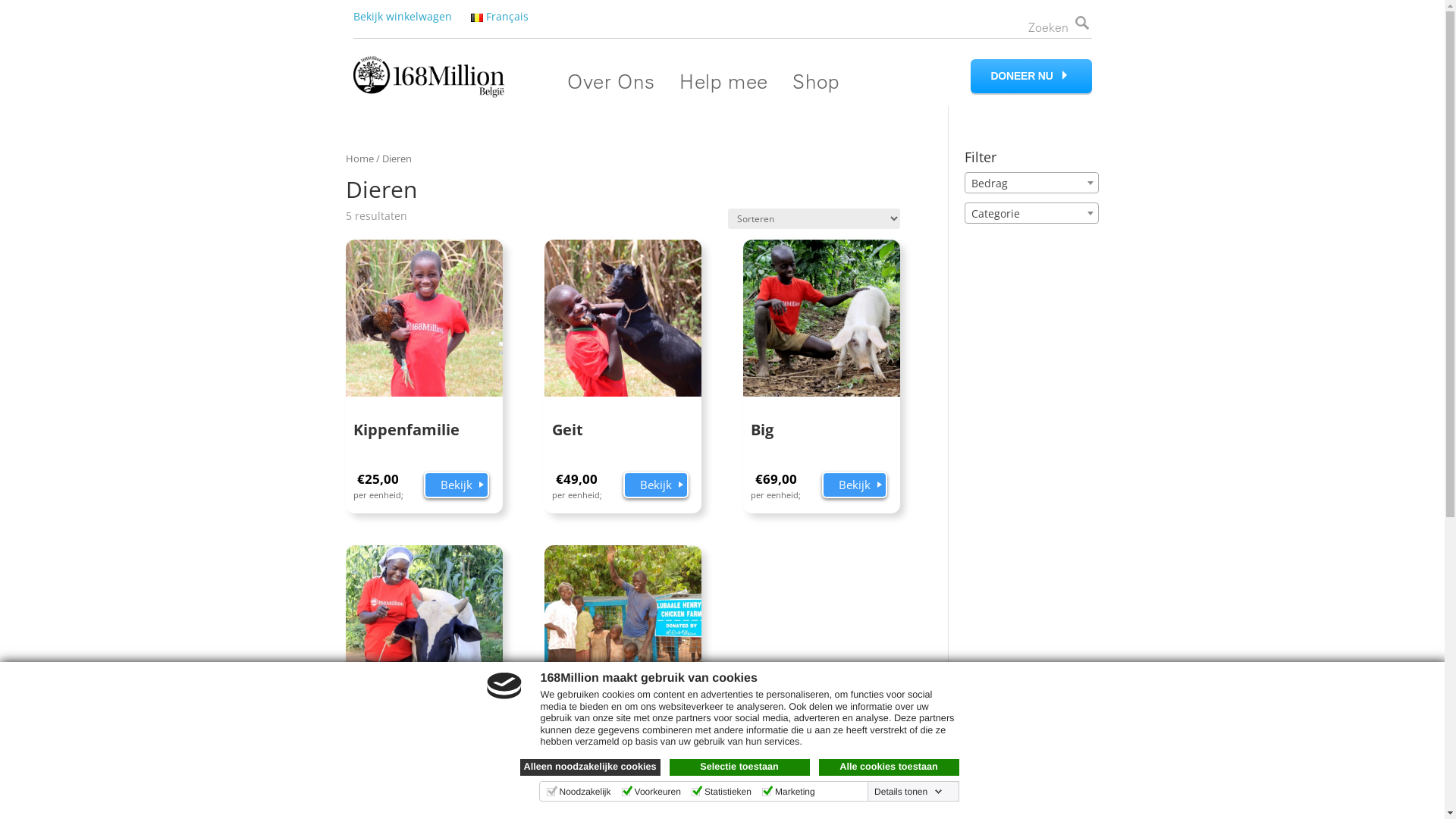 This screenshot has height=819, width=1456. I want to click on 'Kippenfamilie', so click(424, 348).